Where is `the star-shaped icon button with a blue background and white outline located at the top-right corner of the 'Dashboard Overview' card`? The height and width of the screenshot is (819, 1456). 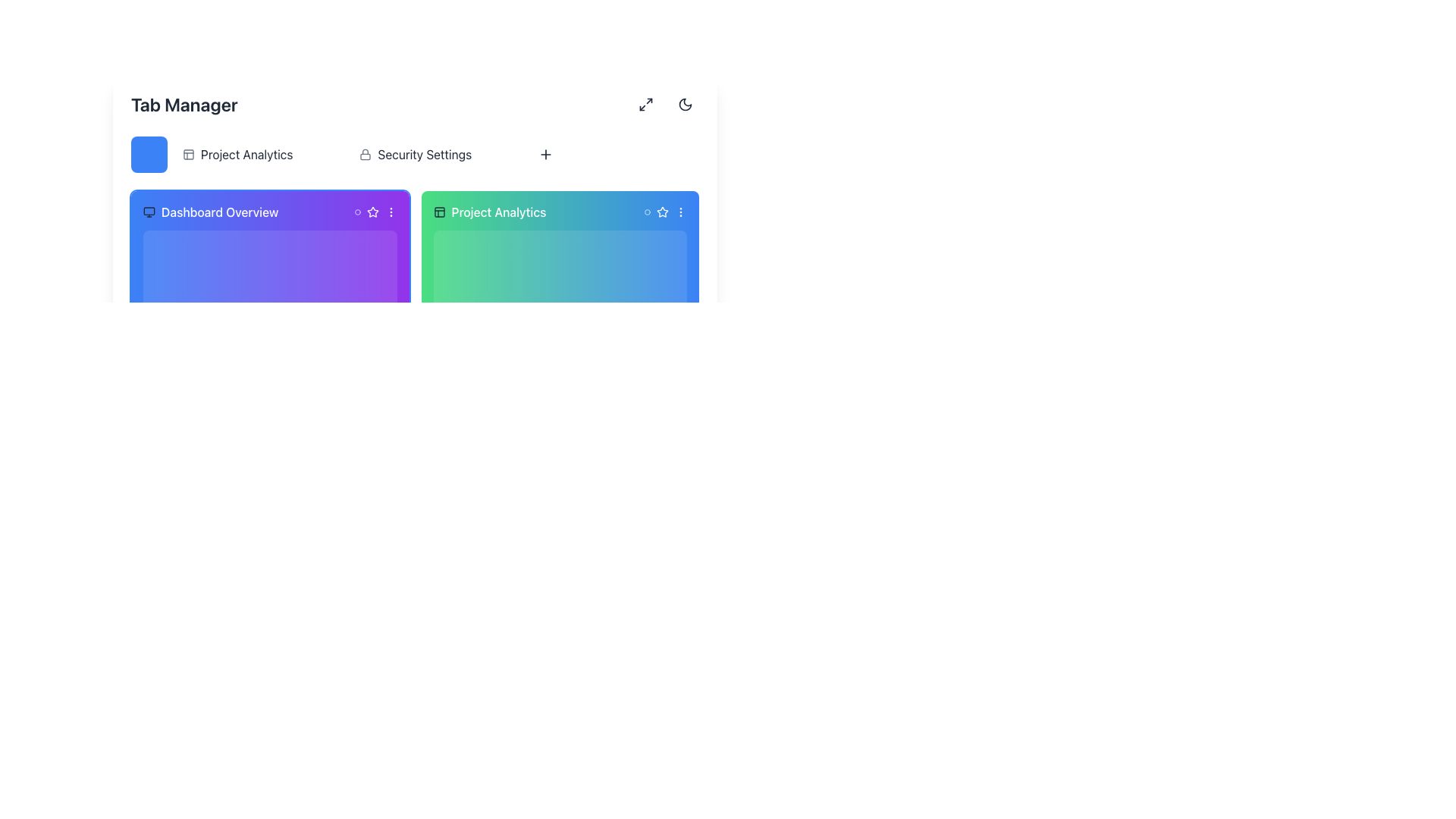
the star-shaped icon button with a blue background and white outline located at the top-right corner of the 'Dashboard Overview' card is located at coordinates (662, 212).